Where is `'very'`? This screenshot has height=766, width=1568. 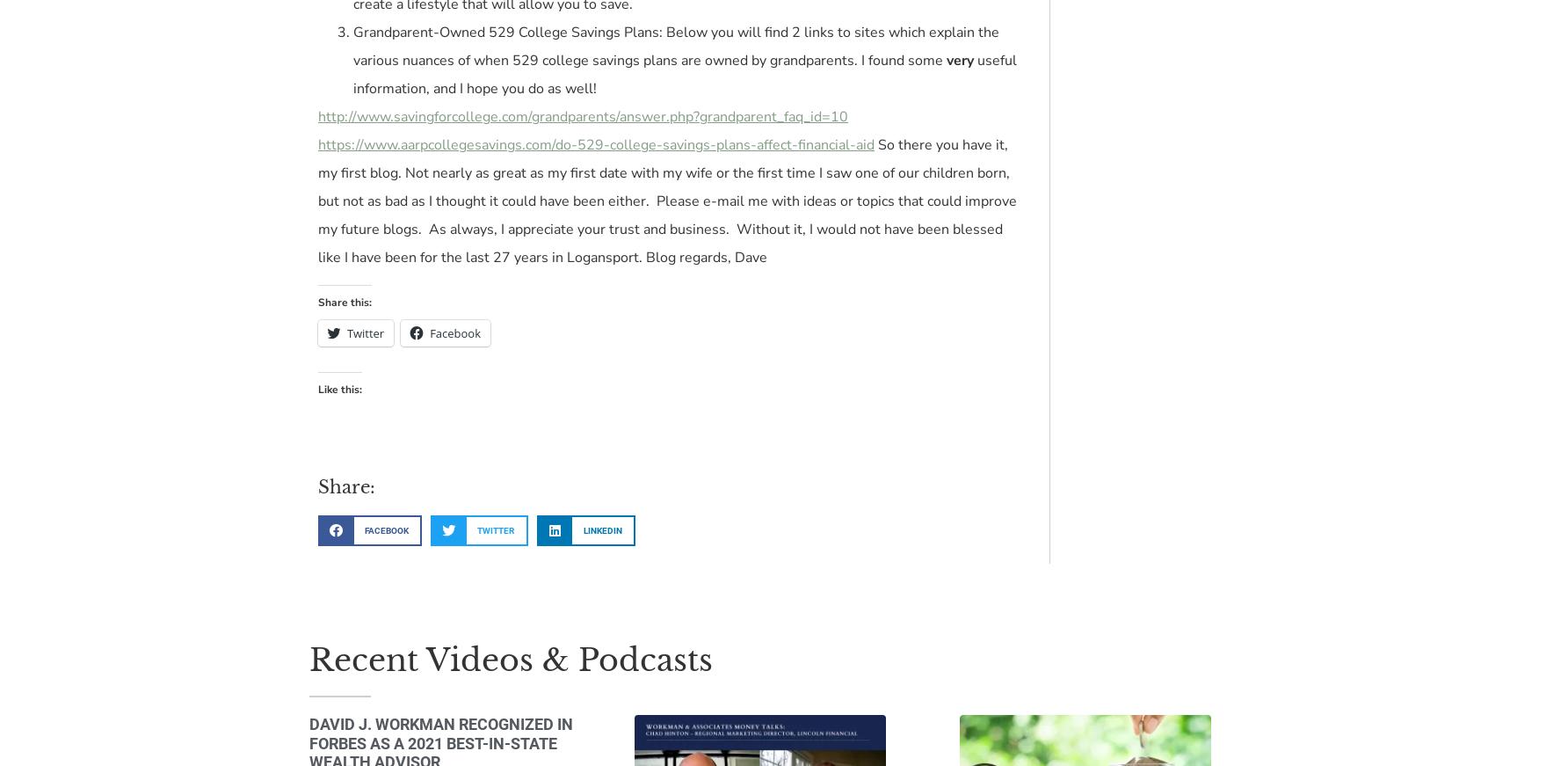
'very' is located at coordinates (961, 59).